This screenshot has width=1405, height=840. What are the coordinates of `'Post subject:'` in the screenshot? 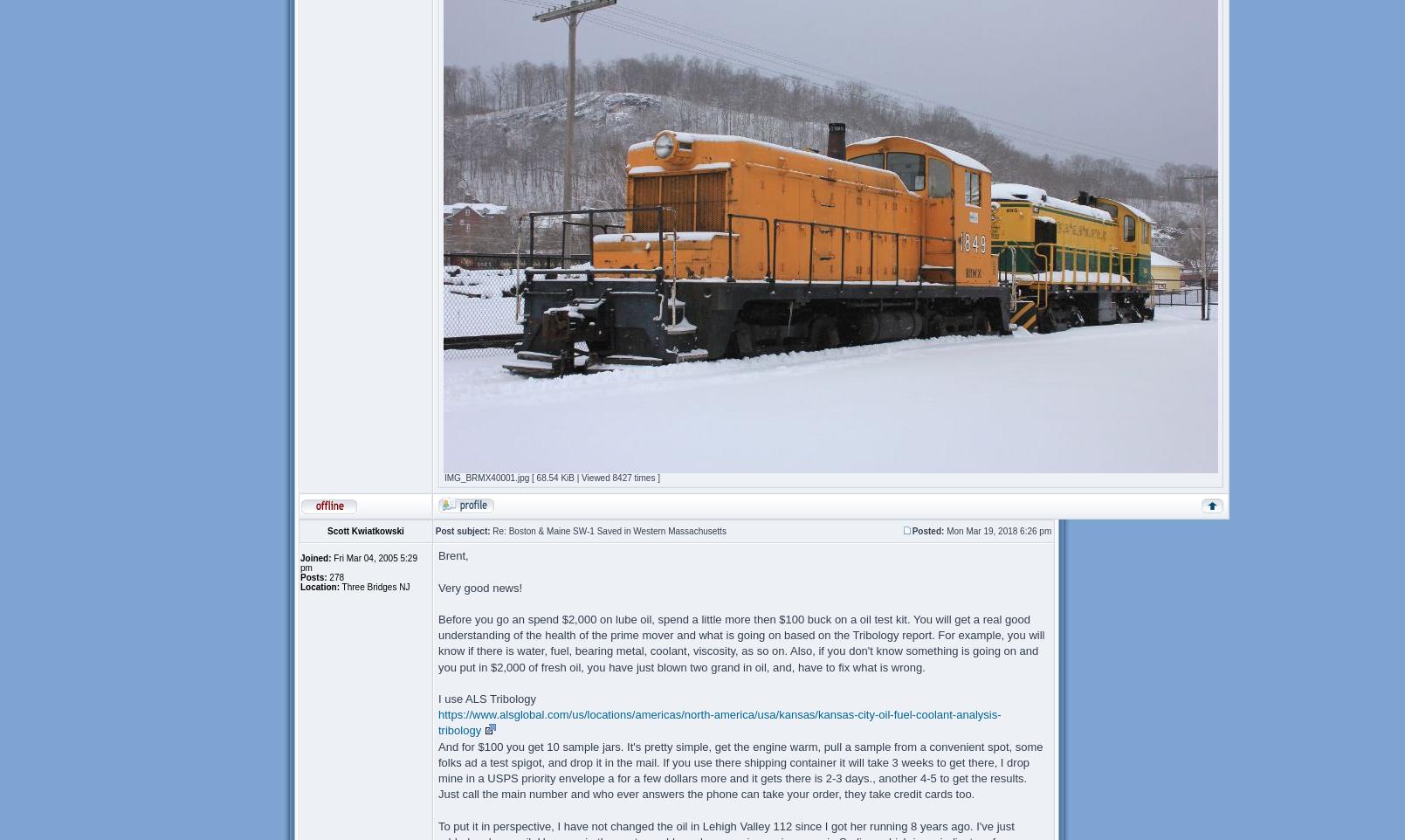 It's located at (461, 530).